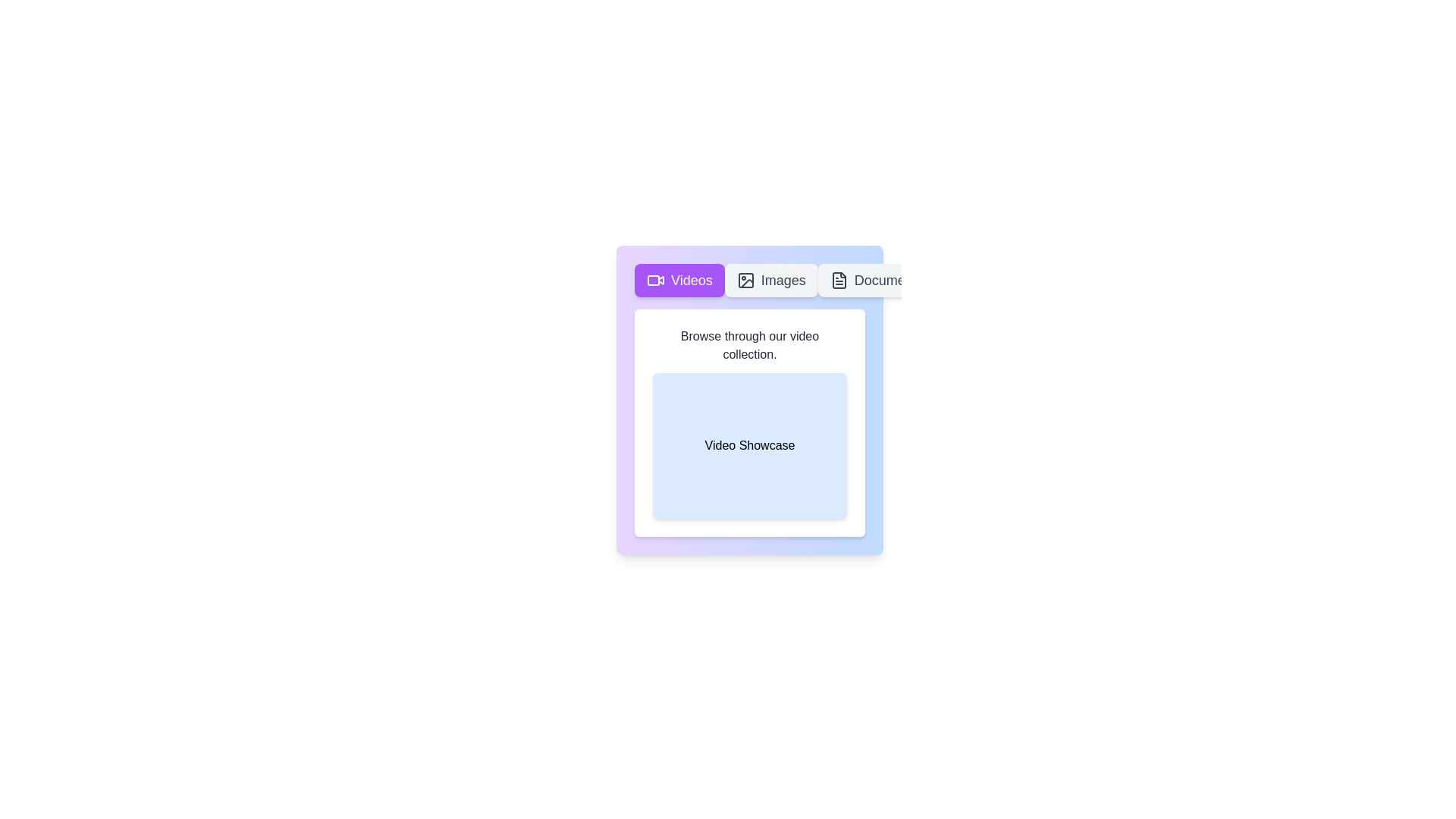 This screenshot has height=819, width=1456. Describe the element at coordinates (749, 281) in the screenshot. I see `the second tab labeled 'Images' in the tab interface` at that location.